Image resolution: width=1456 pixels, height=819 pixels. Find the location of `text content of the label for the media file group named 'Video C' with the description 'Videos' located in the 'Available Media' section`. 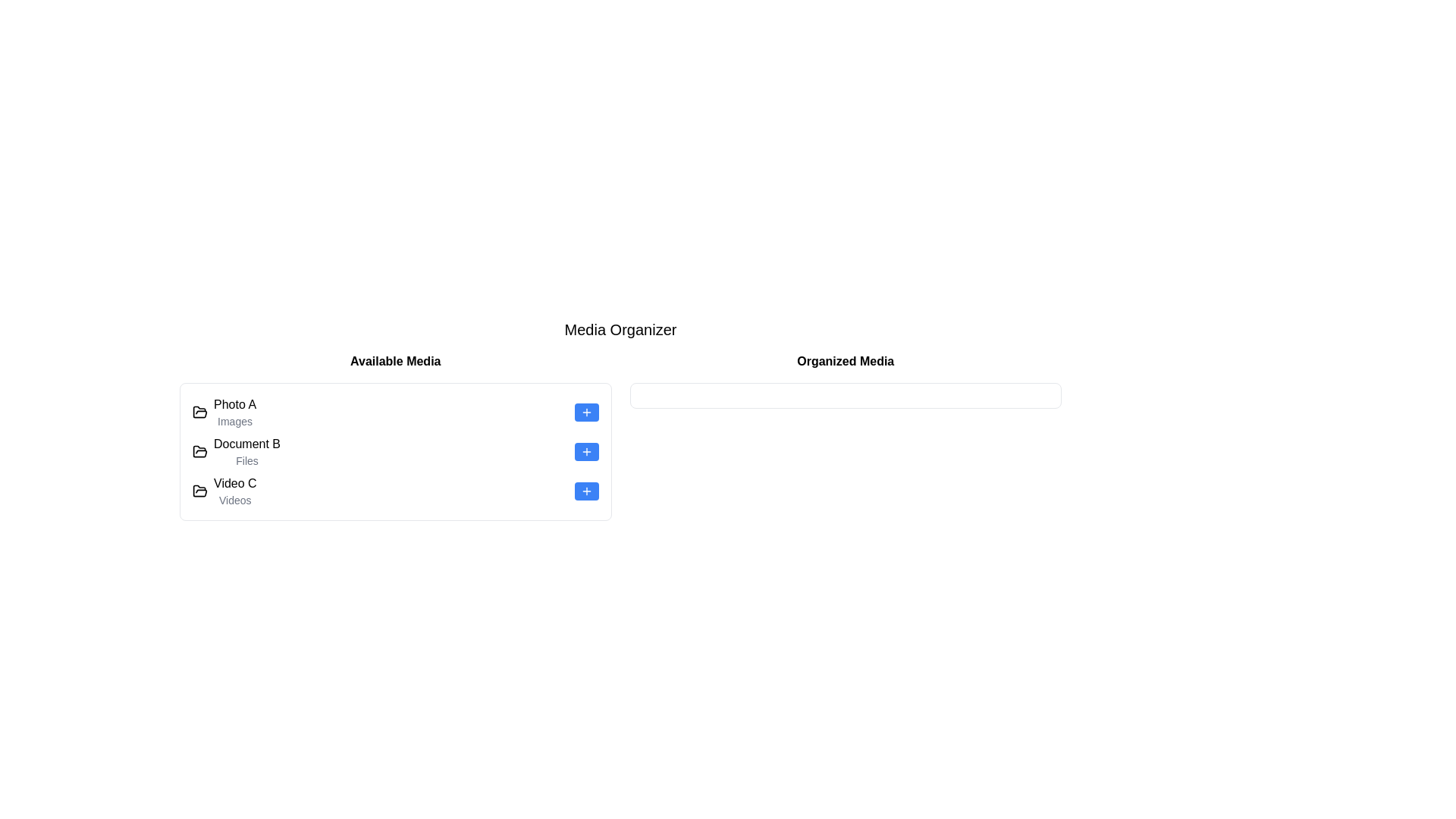

text content of the label for the media file group named 'Video C' with the description 'Videos' located in the 'Available Media' section is located at coordinates (234, 491).